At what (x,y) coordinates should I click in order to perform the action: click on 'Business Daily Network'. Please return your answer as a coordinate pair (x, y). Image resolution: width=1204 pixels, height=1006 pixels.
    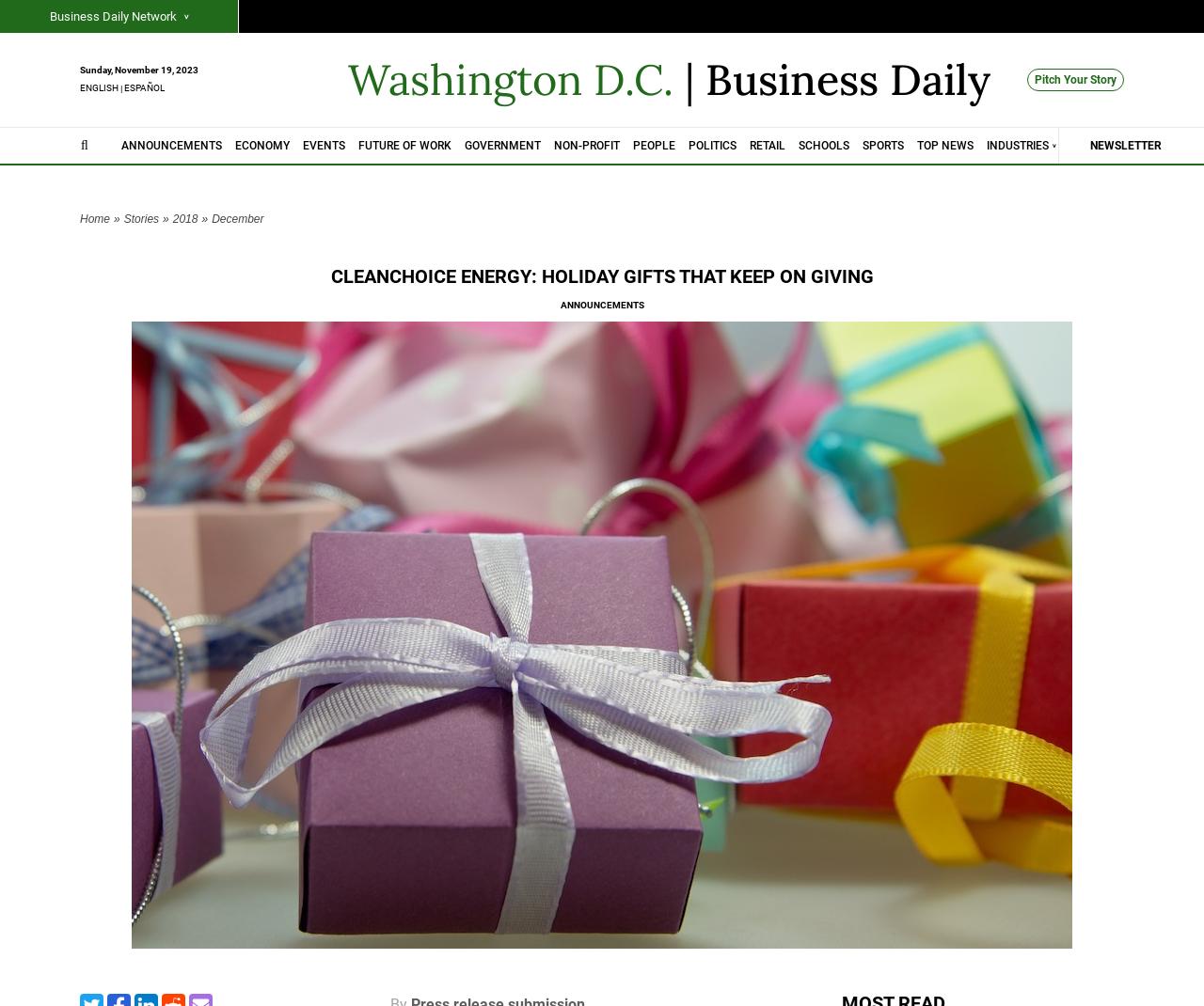
    Looking at the image, I should click on (111, 15).